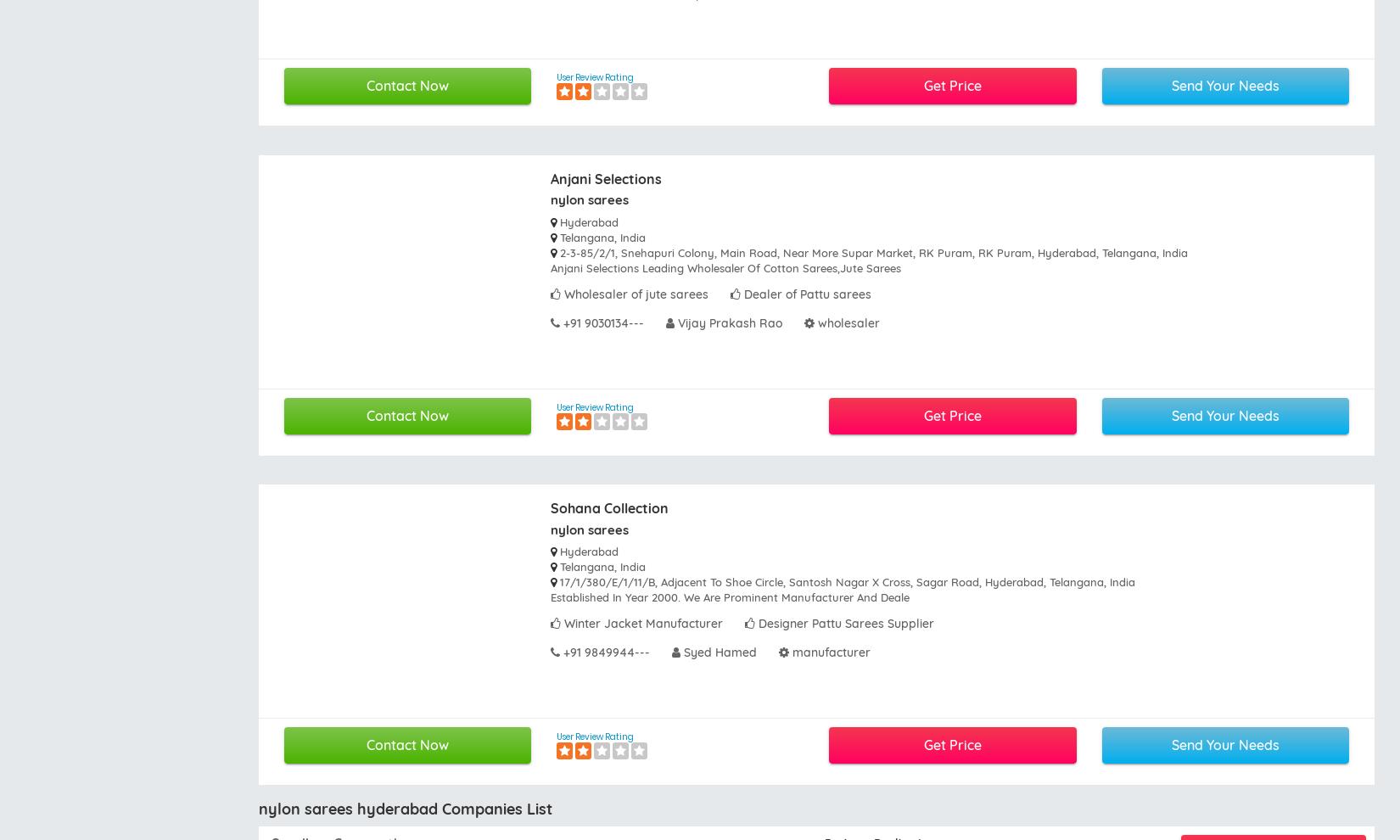  I want to click on 'News and Events', so click(541, 512).